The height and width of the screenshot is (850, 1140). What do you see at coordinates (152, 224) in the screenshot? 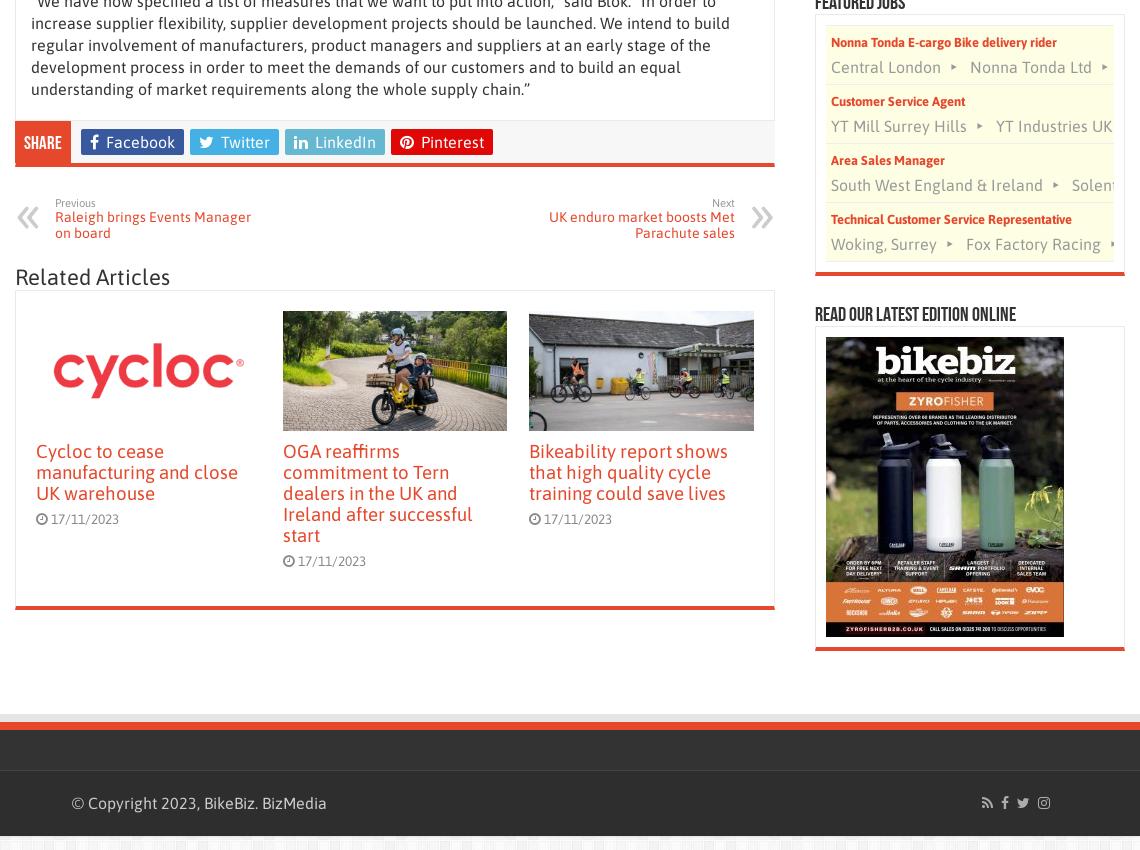
I see `'Raleigh brings Events Manager on board'` at bounding box center [152, 224].